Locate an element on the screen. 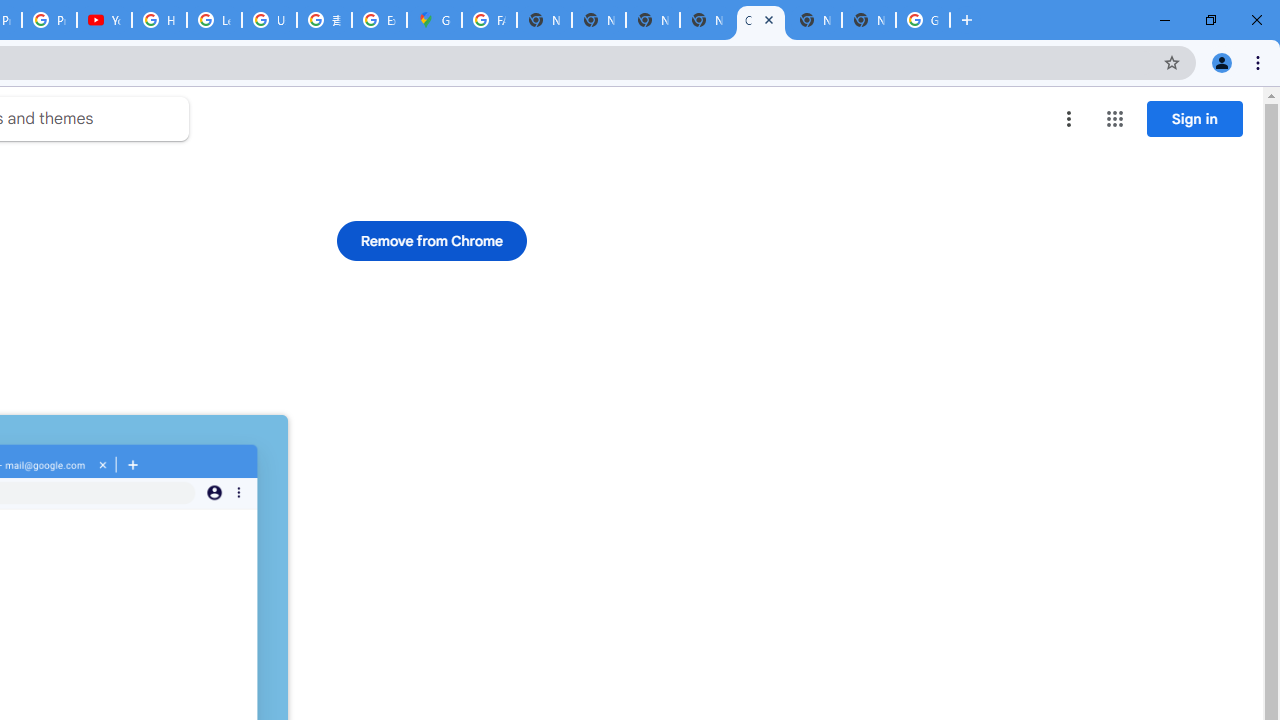  'New Tab' is located at coordinates (869, 20).